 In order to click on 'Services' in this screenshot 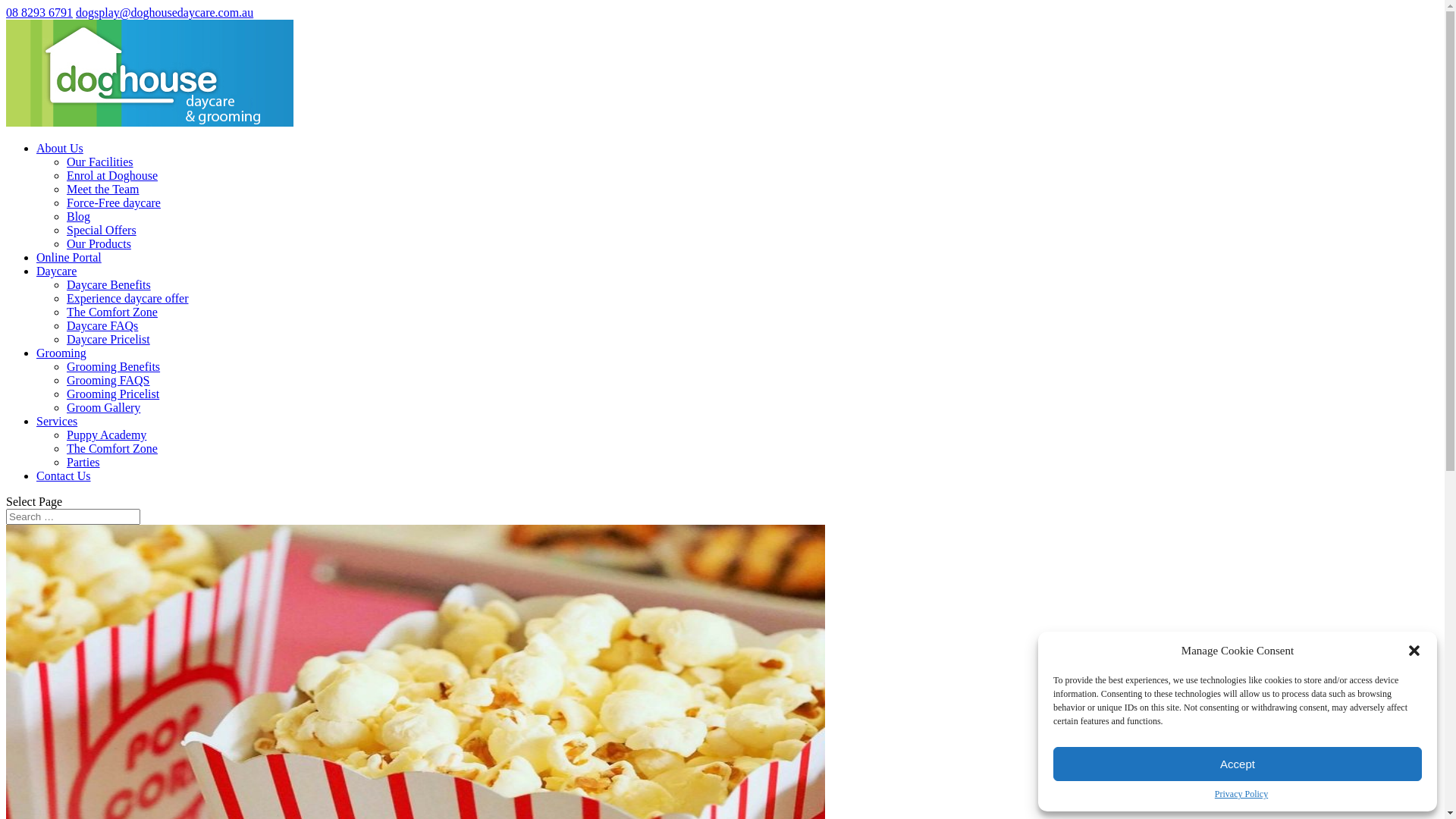, I will do `click(57, 421)`.